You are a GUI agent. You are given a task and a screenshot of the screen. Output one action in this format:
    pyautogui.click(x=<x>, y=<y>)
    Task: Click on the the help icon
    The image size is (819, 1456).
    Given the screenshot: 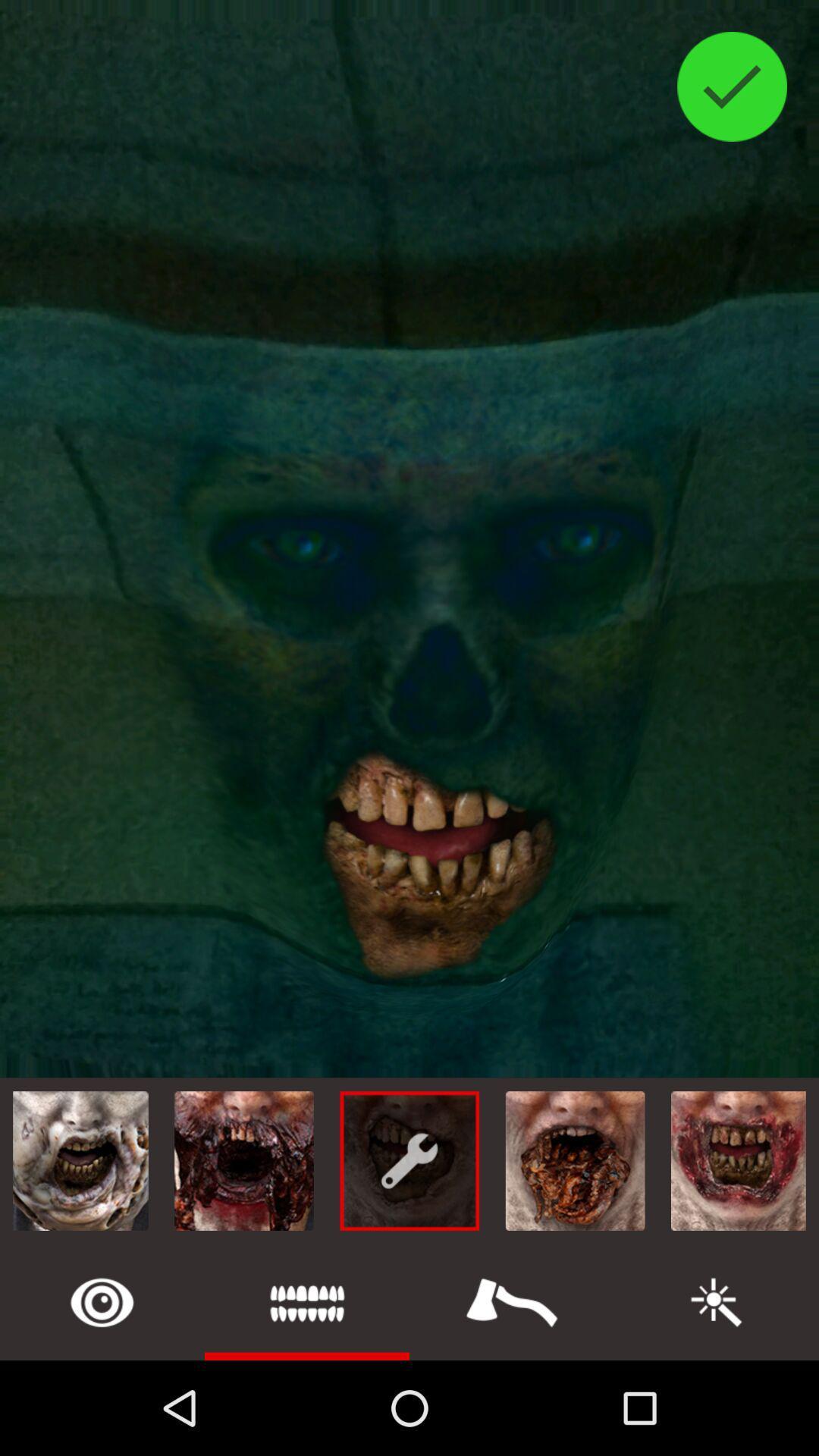 What is the action you would take?
    pyautogui.click(x=102, y=1301)
    